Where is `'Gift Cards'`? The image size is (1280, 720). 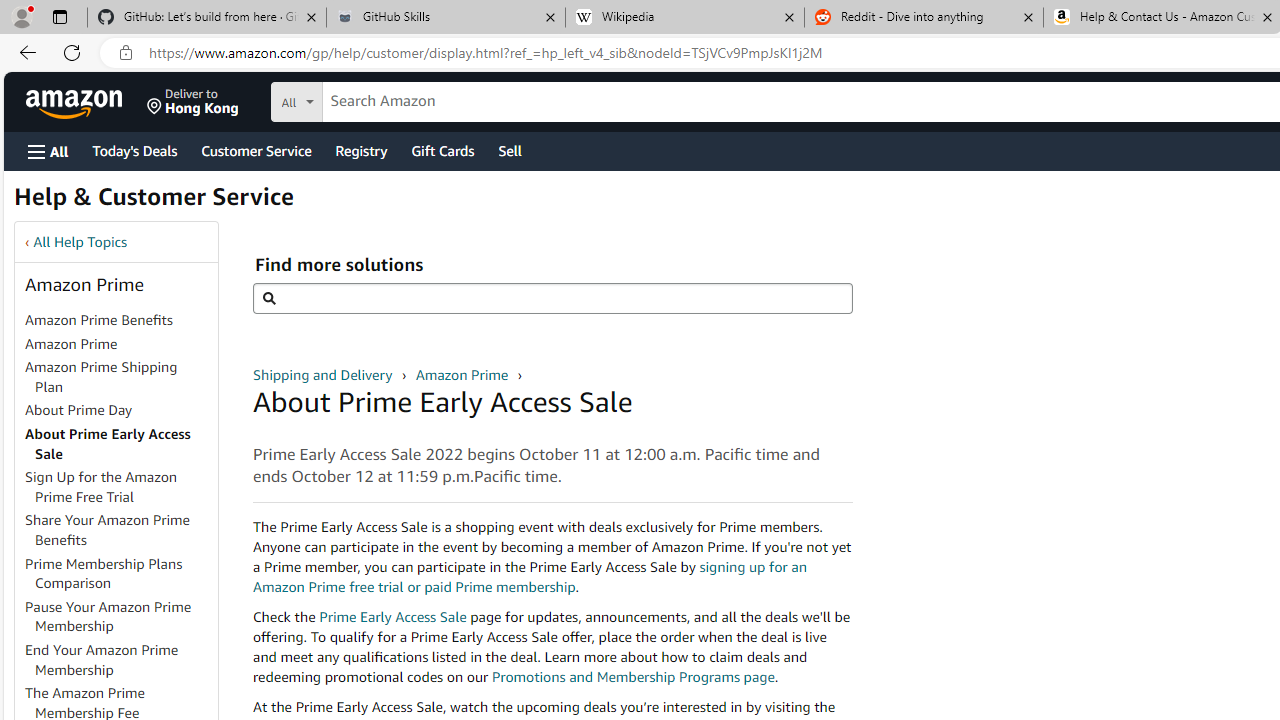 'Gift Cards' is located at coordinates (441, 149).